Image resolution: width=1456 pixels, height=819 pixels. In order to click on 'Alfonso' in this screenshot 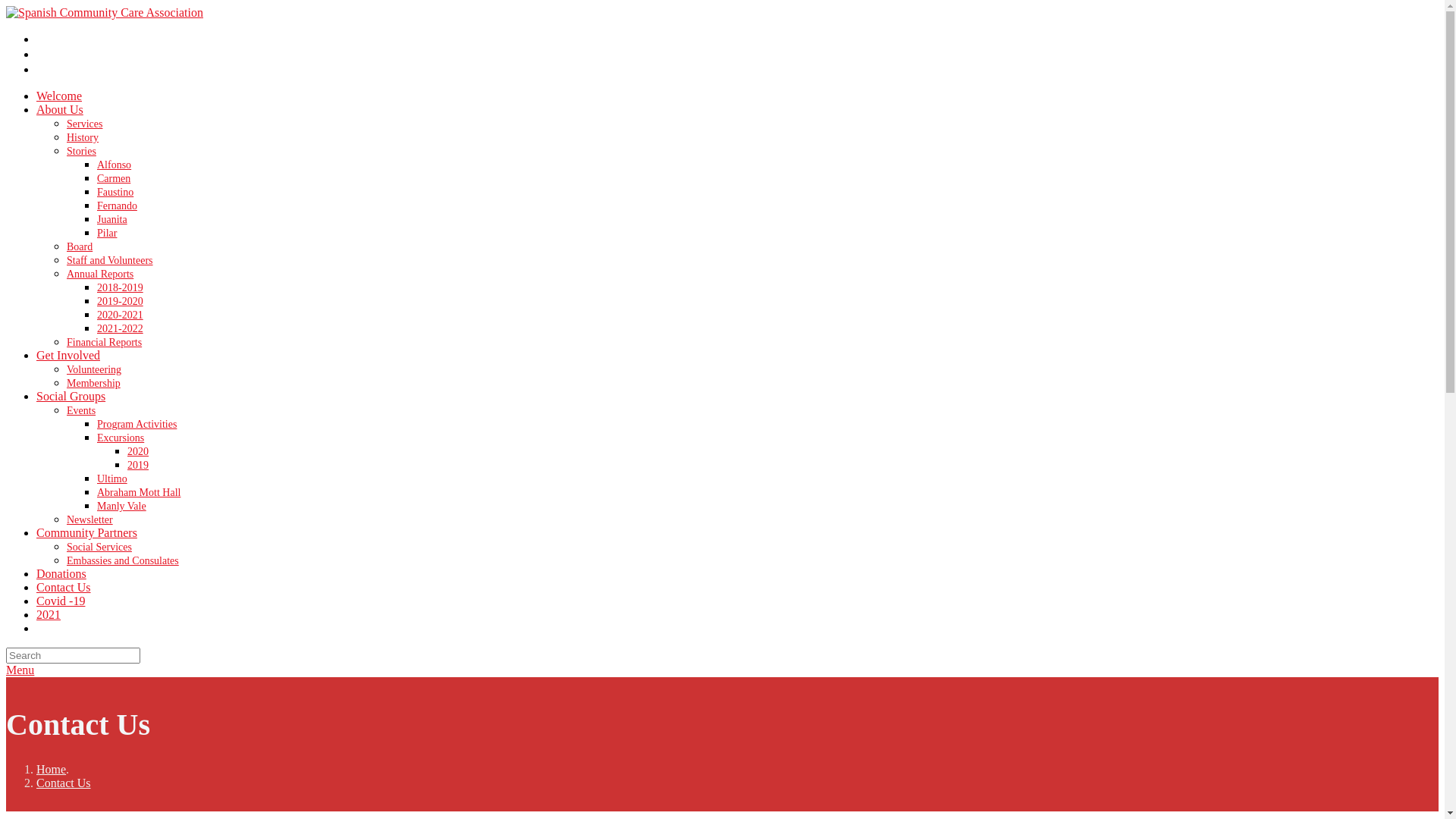, I will do `click(96, 165)`.